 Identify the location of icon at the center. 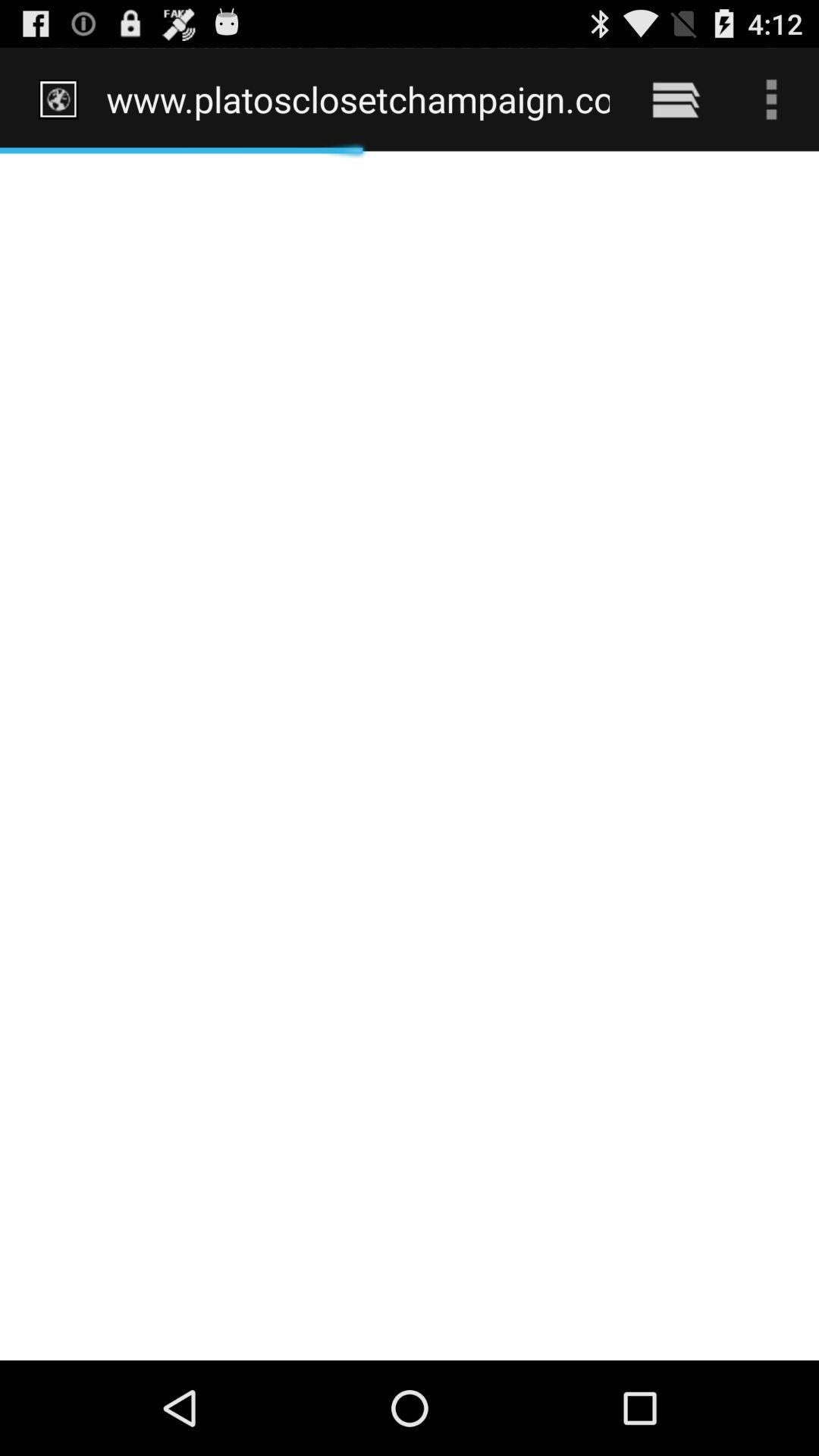
(409, 755).